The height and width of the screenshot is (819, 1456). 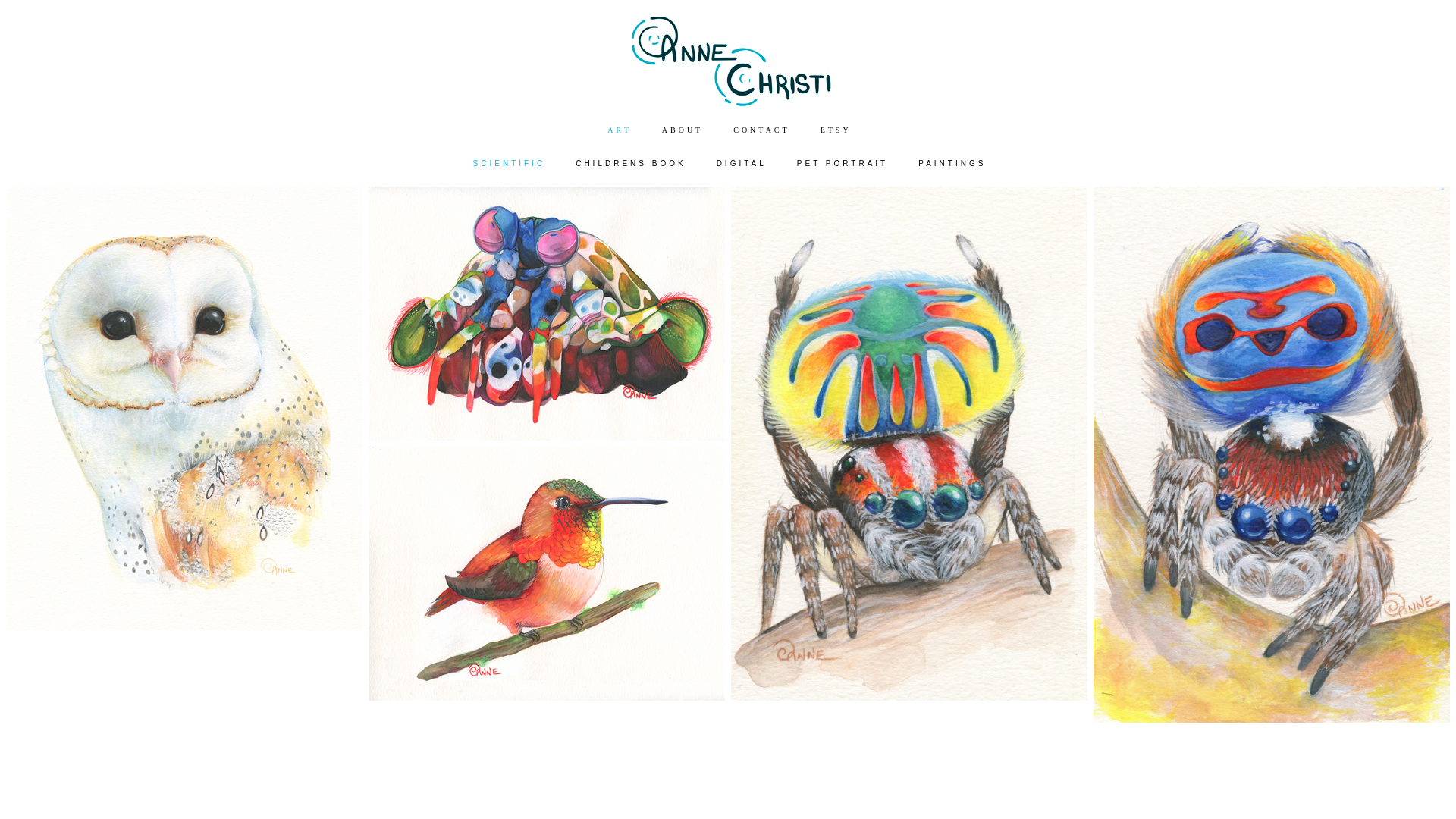 What do you see at coordinates (630, 164) in the screenshot?
I see `'CHILDRENS BOOK'` at bounding box center [630, 164].